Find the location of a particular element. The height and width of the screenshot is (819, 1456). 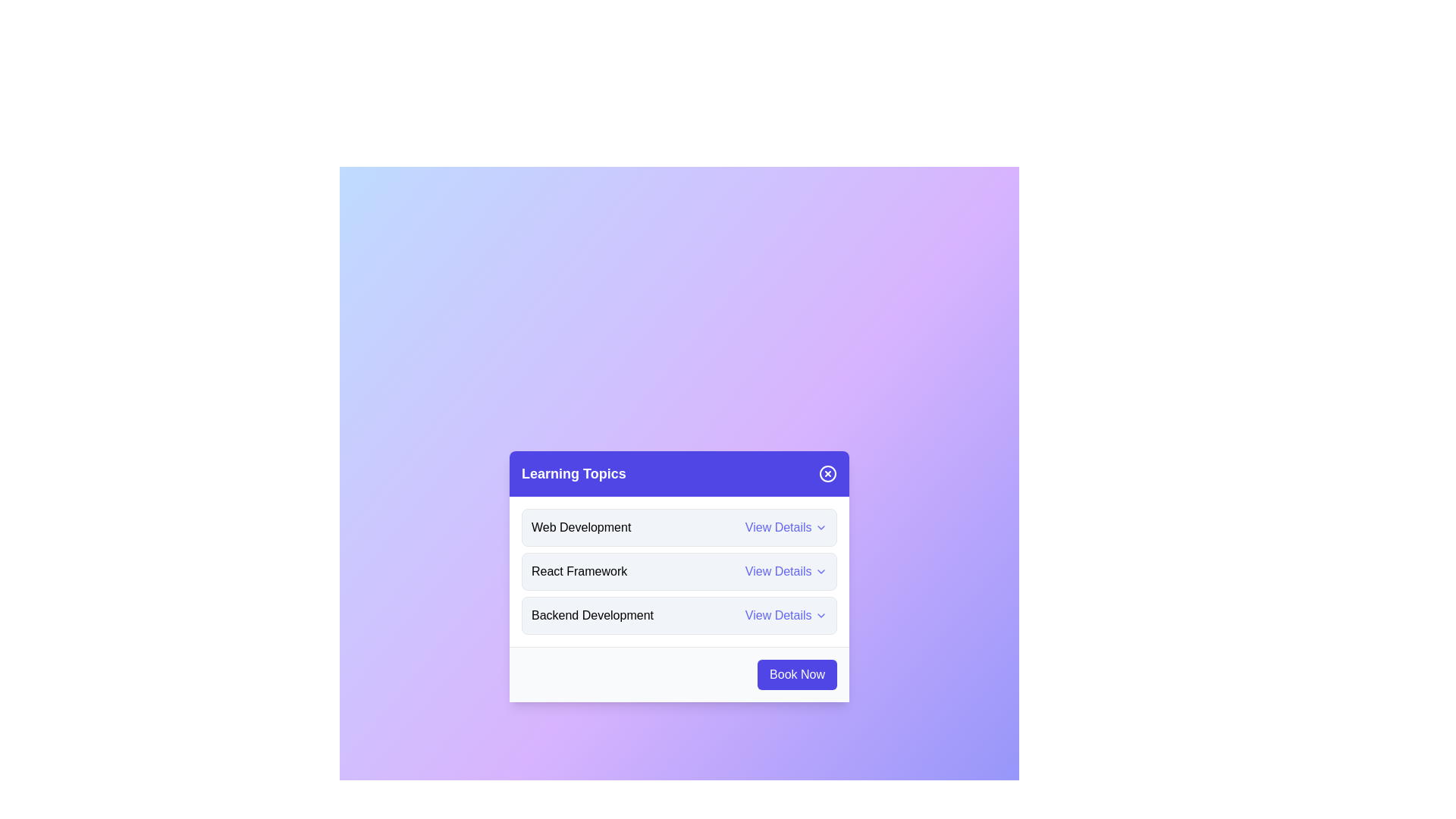

the 'X' button in the top-right corner of the dialog to close it is located at coordinates (827, 472).